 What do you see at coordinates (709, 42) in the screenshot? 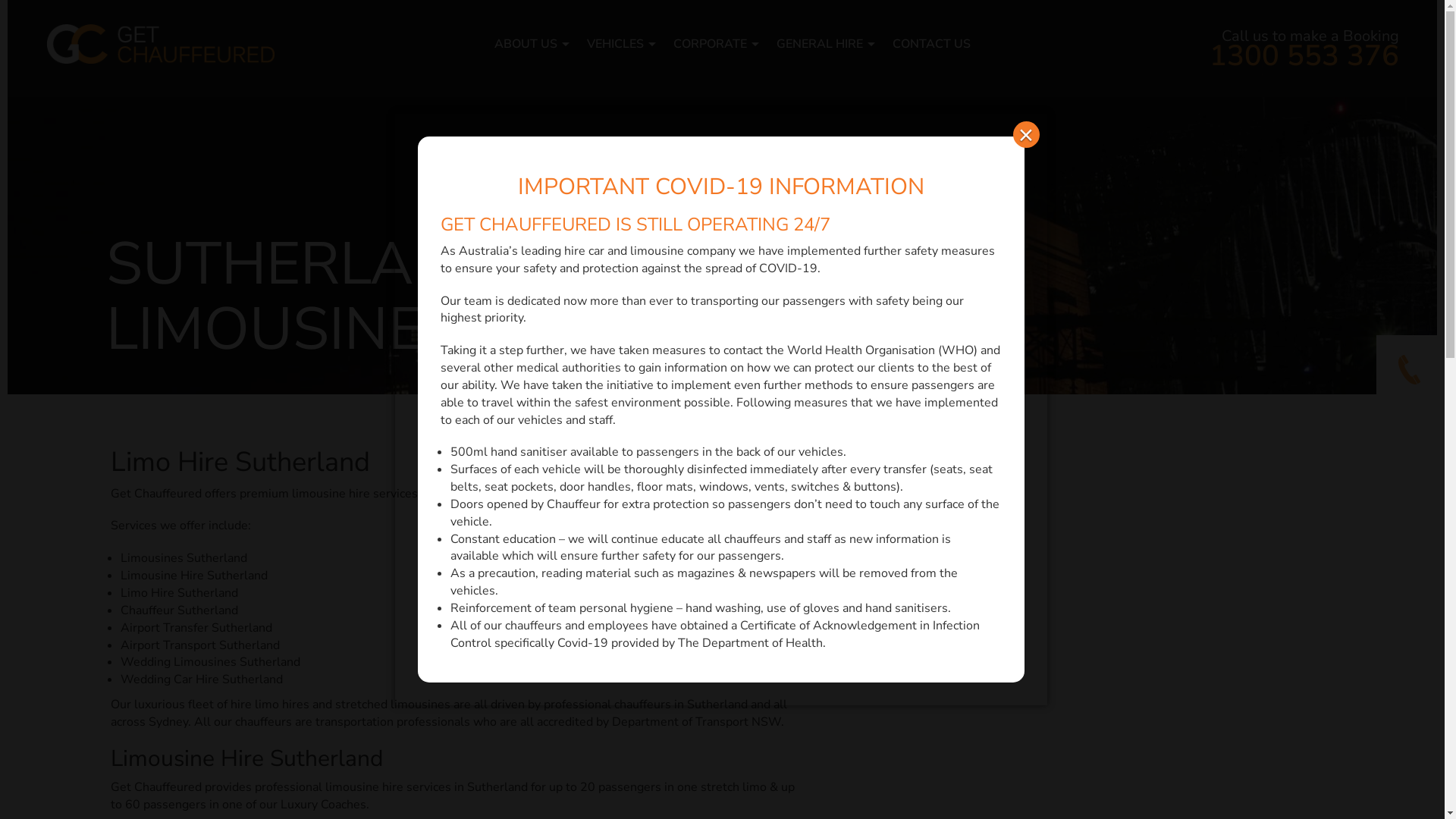
I see `'CORPORATE'` at bounding box center [709, 42].